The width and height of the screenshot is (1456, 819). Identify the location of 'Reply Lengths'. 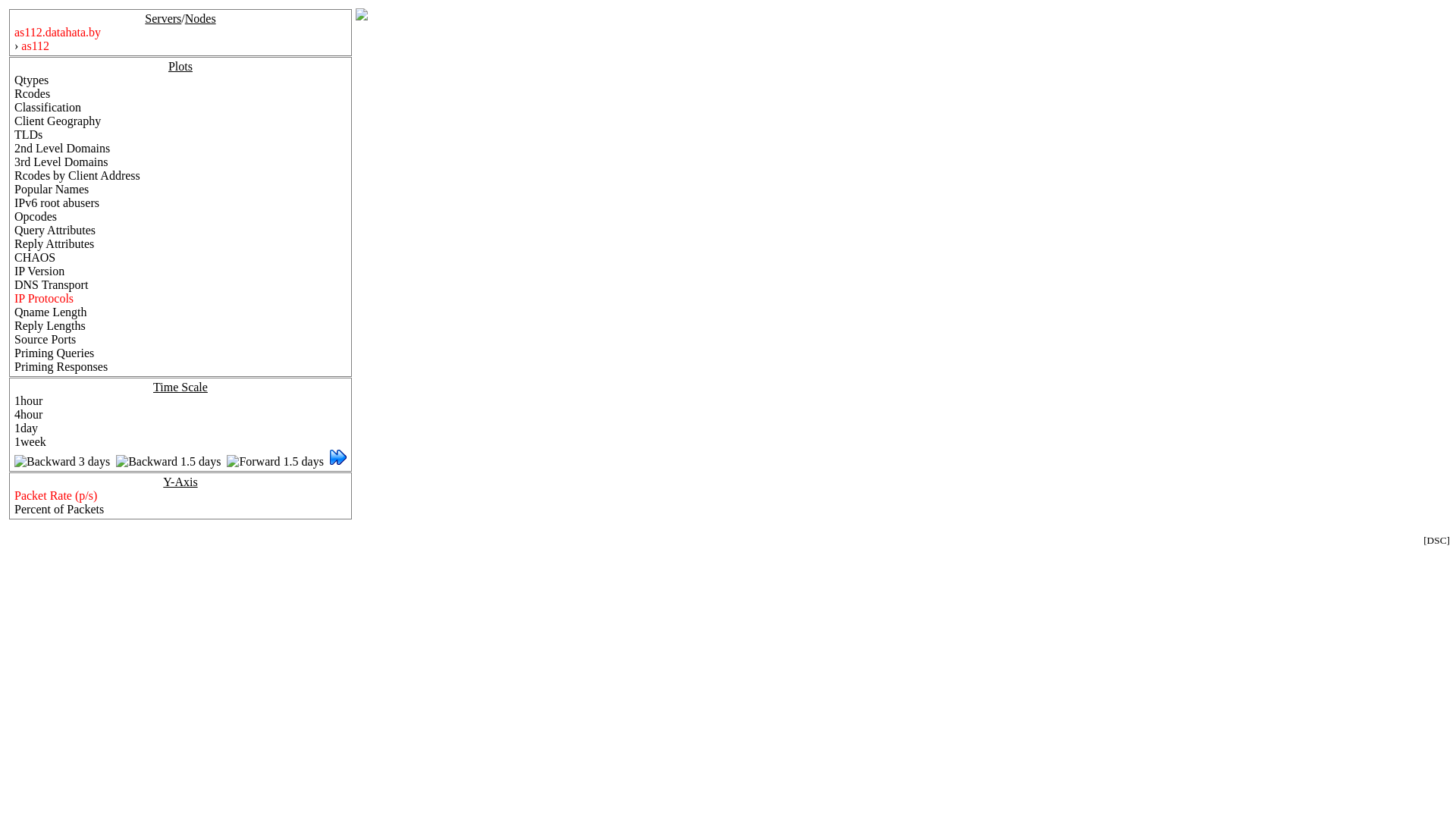
(50, 325).